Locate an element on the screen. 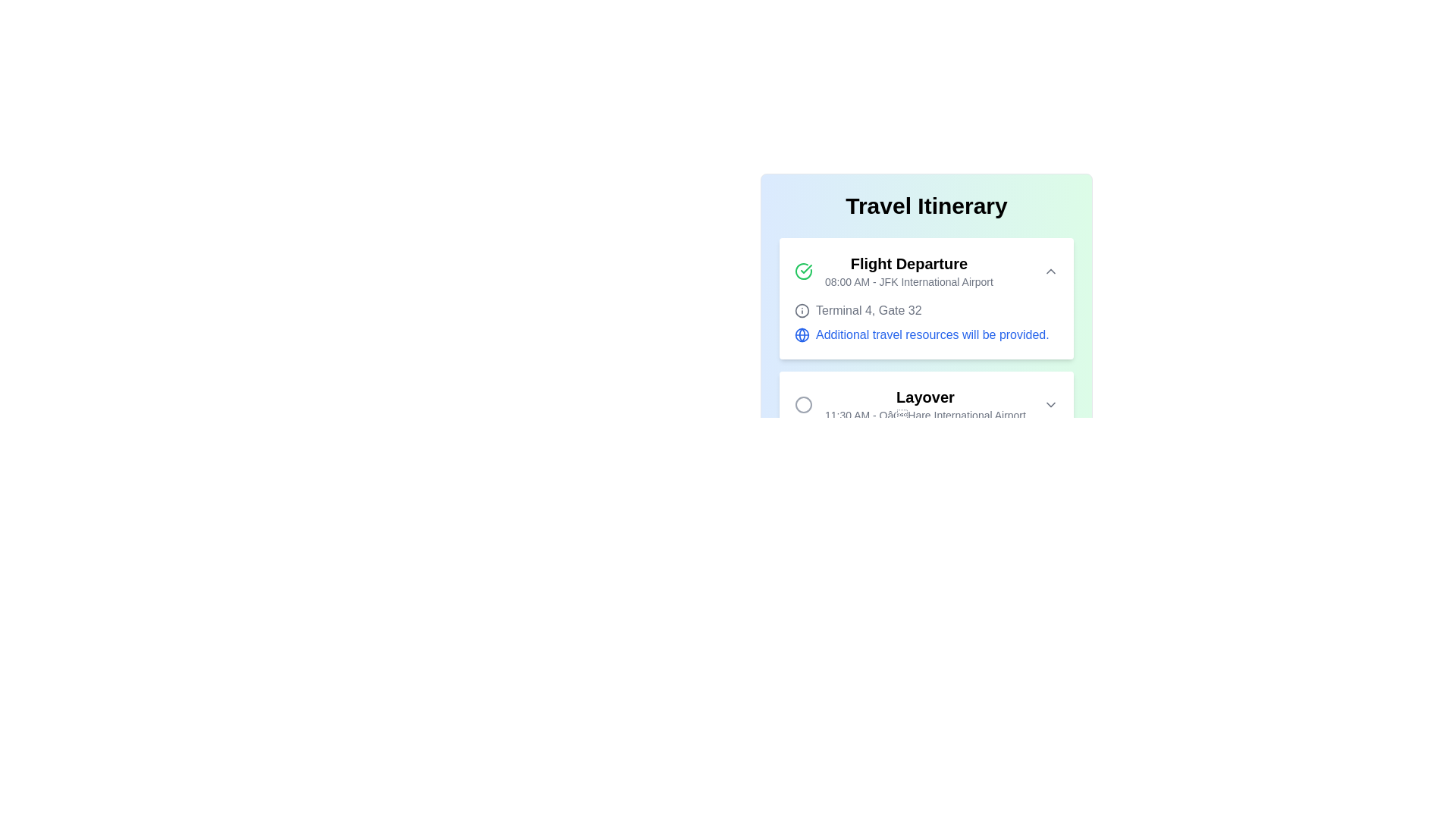 This screenshot has width=1456, height=819. the decorative icon in the 'Flight Departure' section of the 'Travel Itinerary' card, which represents additional travel details is located at coordinates (801, 334).